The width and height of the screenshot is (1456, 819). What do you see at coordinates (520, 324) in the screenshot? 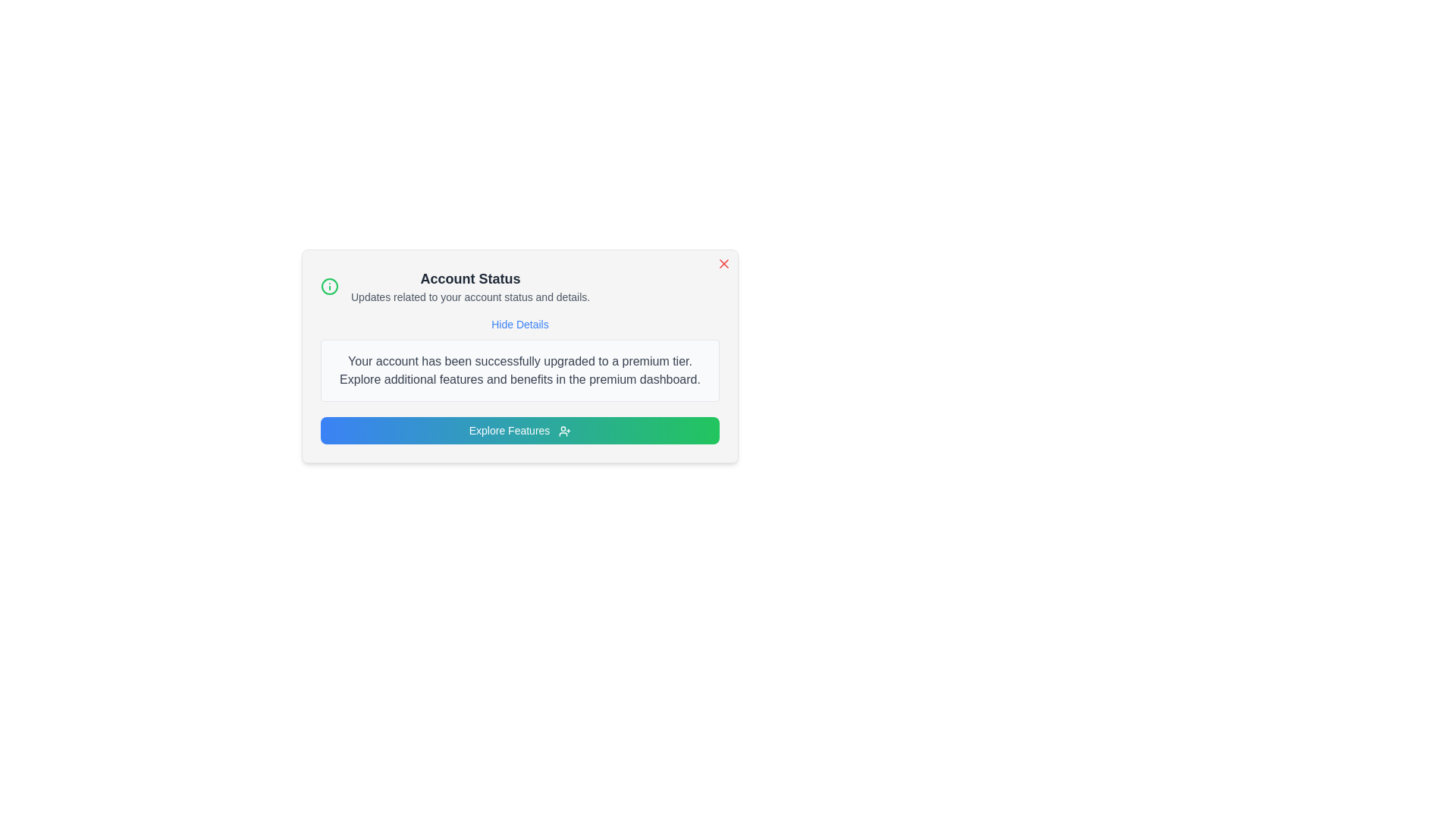
I see `the 'Hide Details' link to toggle the visibility of the details section` at bounding box center [520, 324].